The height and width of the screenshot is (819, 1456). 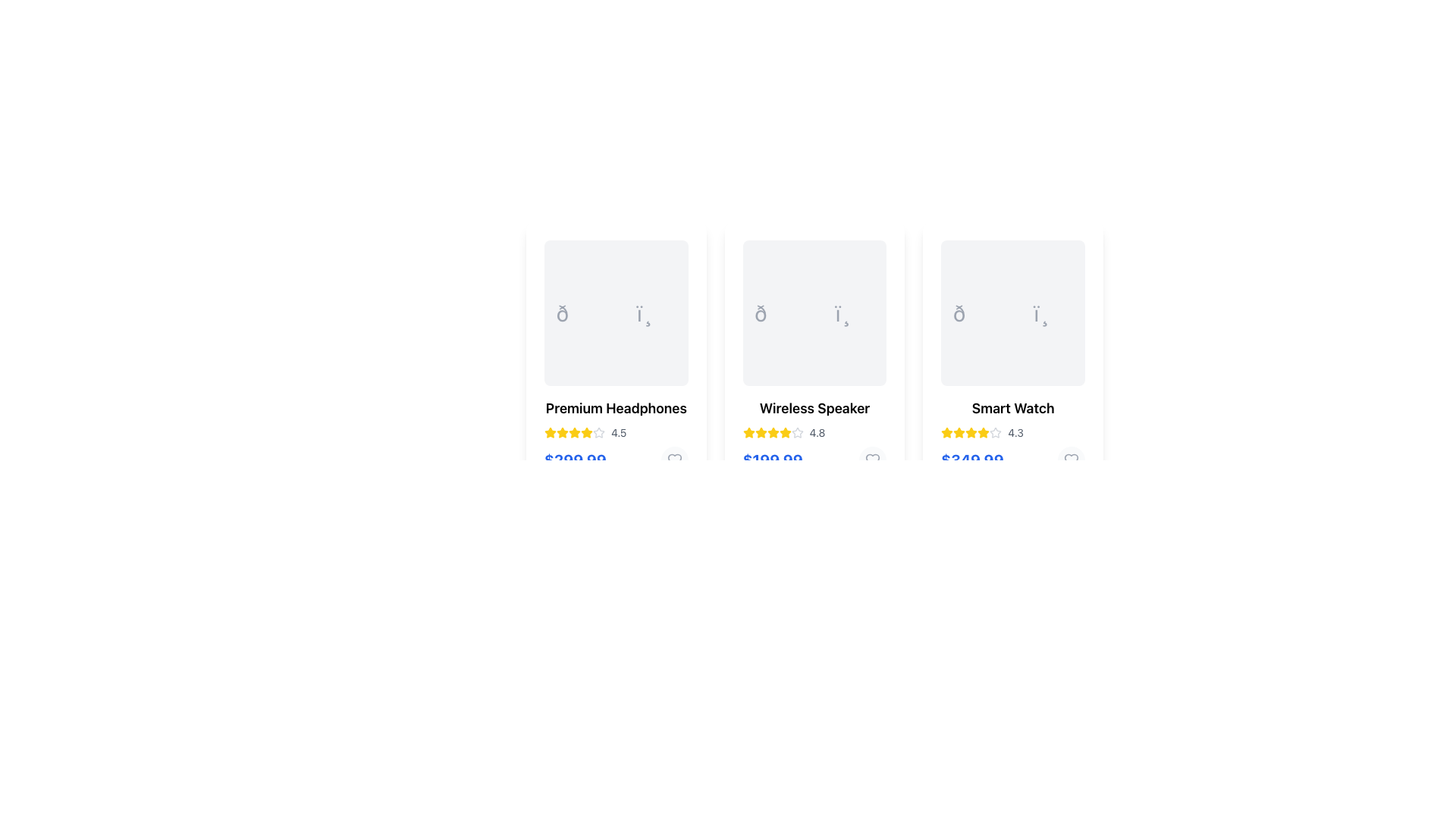 What do you see at coordinates (996, 432) in the screenshot?
I see `the star icon representing the product's score, located above the product rating and price of the third product item from the left` at bounding box center [996, 432].